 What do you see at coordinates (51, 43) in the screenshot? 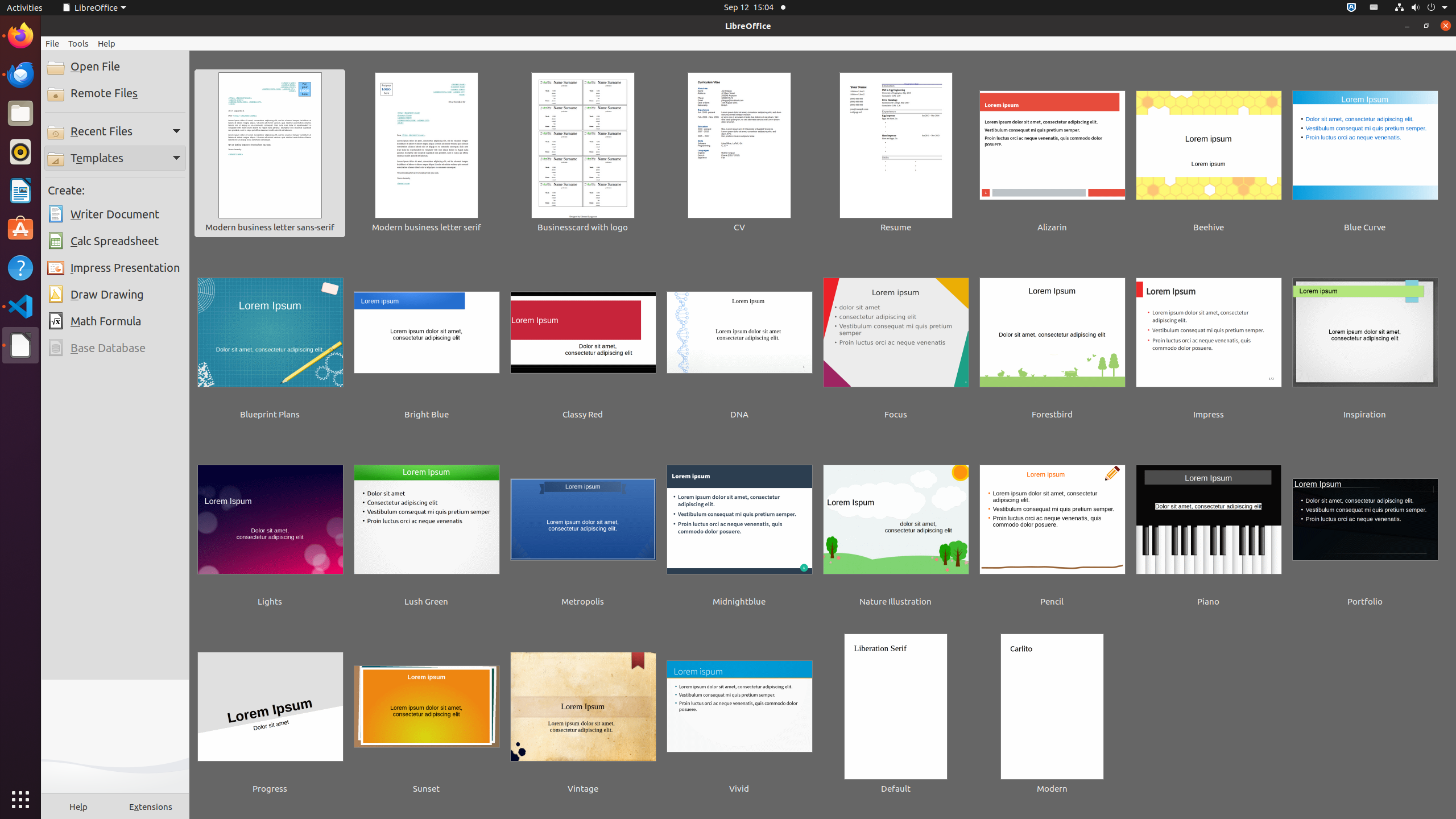
I see `'File'` at bounding box center [51, 43].